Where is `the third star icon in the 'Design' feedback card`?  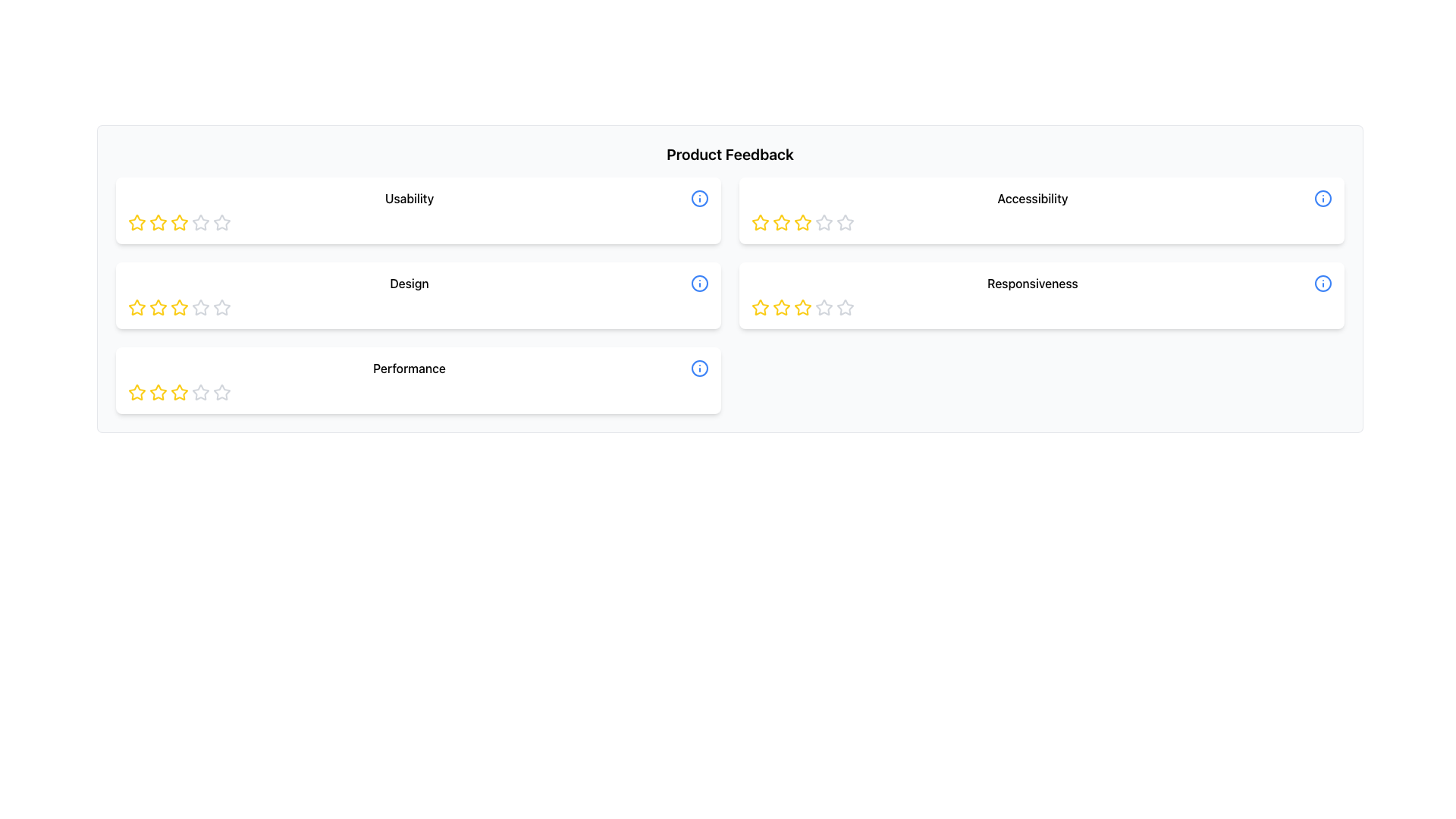 the third star icon in the 'Design' feedback card is located at coordinates (221, 307).